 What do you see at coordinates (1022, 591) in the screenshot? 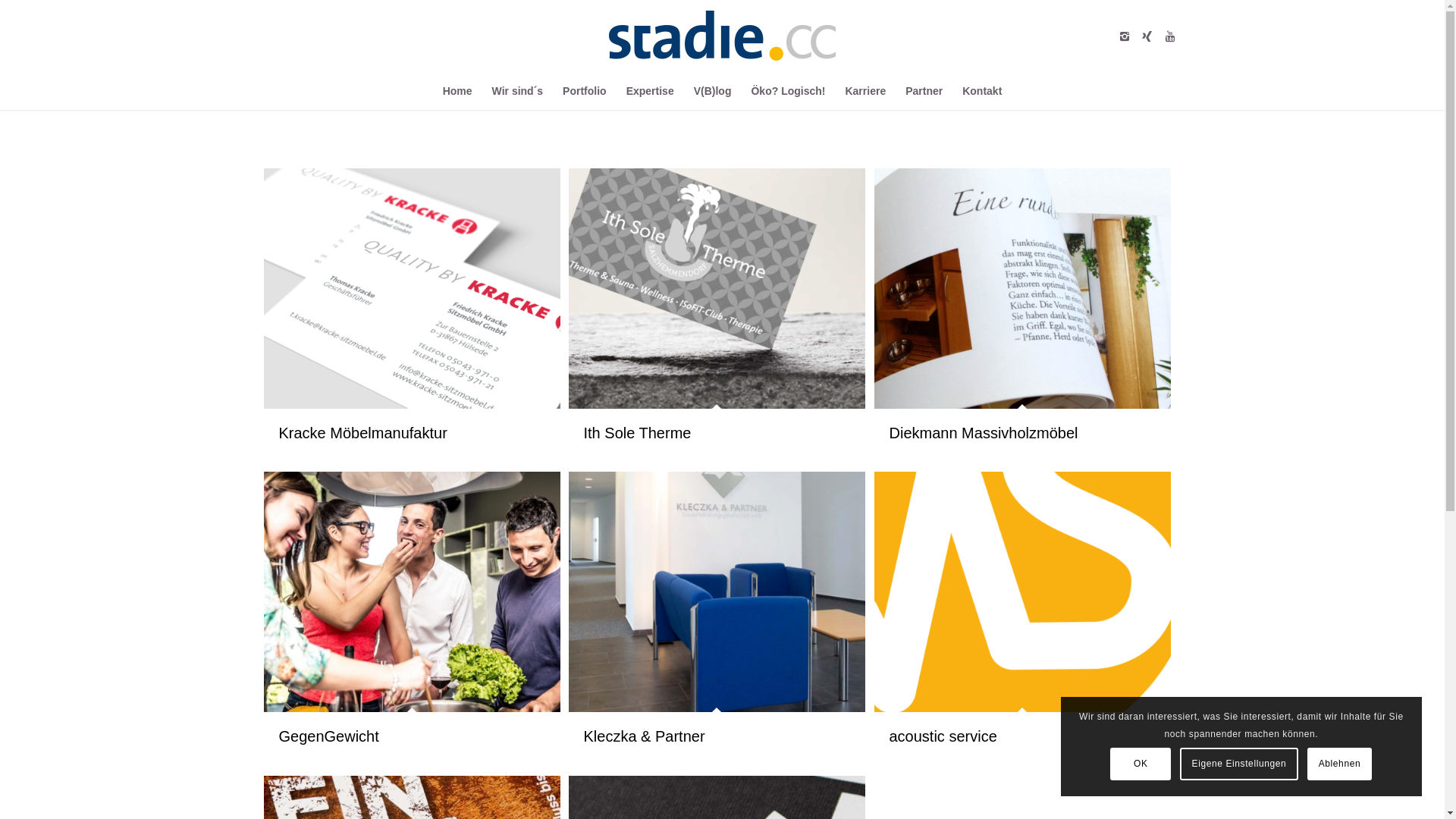
I see `'acoustic service'` at bounding box center [1022, 591].